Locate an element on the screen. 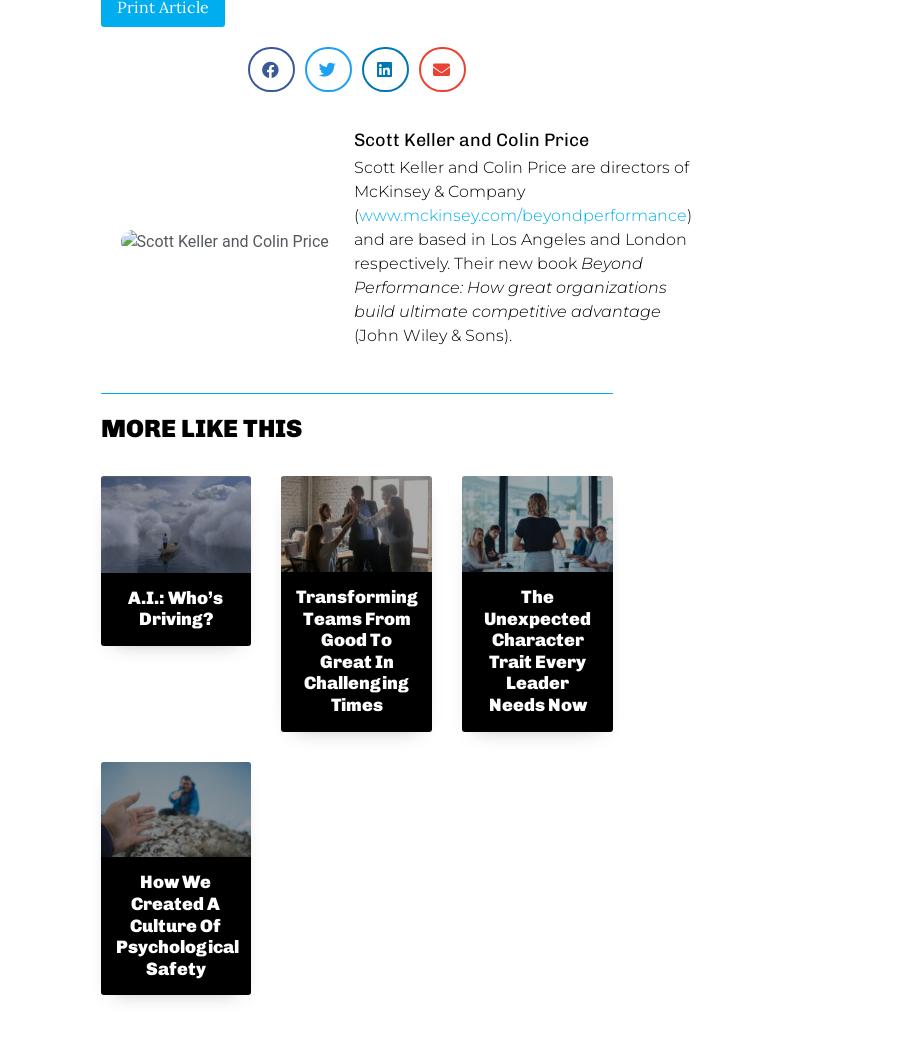 Image resolution: width=900 pixels, height=1057 pixels. 'Scott Keller and Colin Price' is located at coordinates (469, 137).